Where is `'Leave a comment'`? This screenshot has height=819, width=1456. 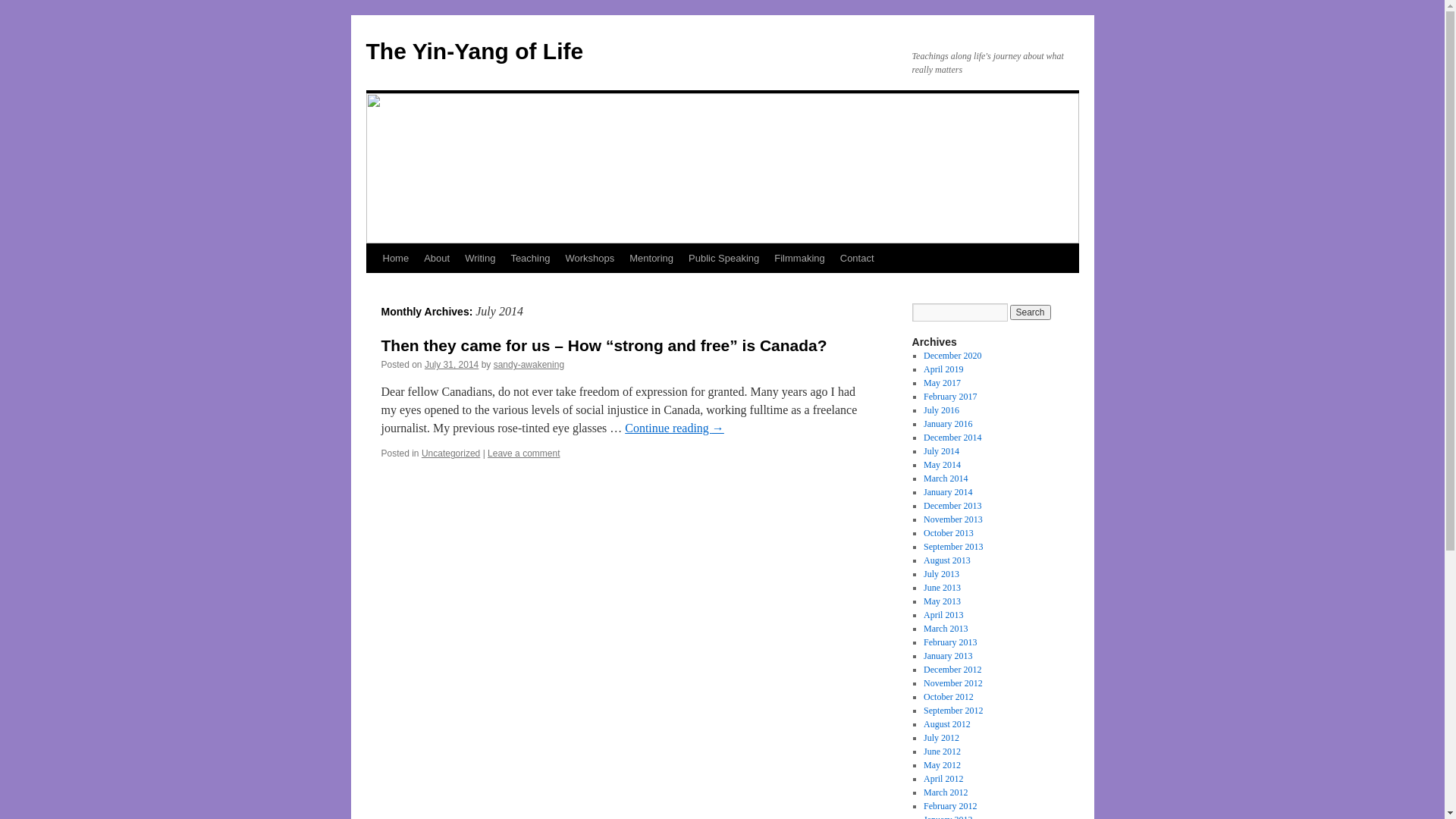 'Leave a comment' is located at coordinates (488, 452).